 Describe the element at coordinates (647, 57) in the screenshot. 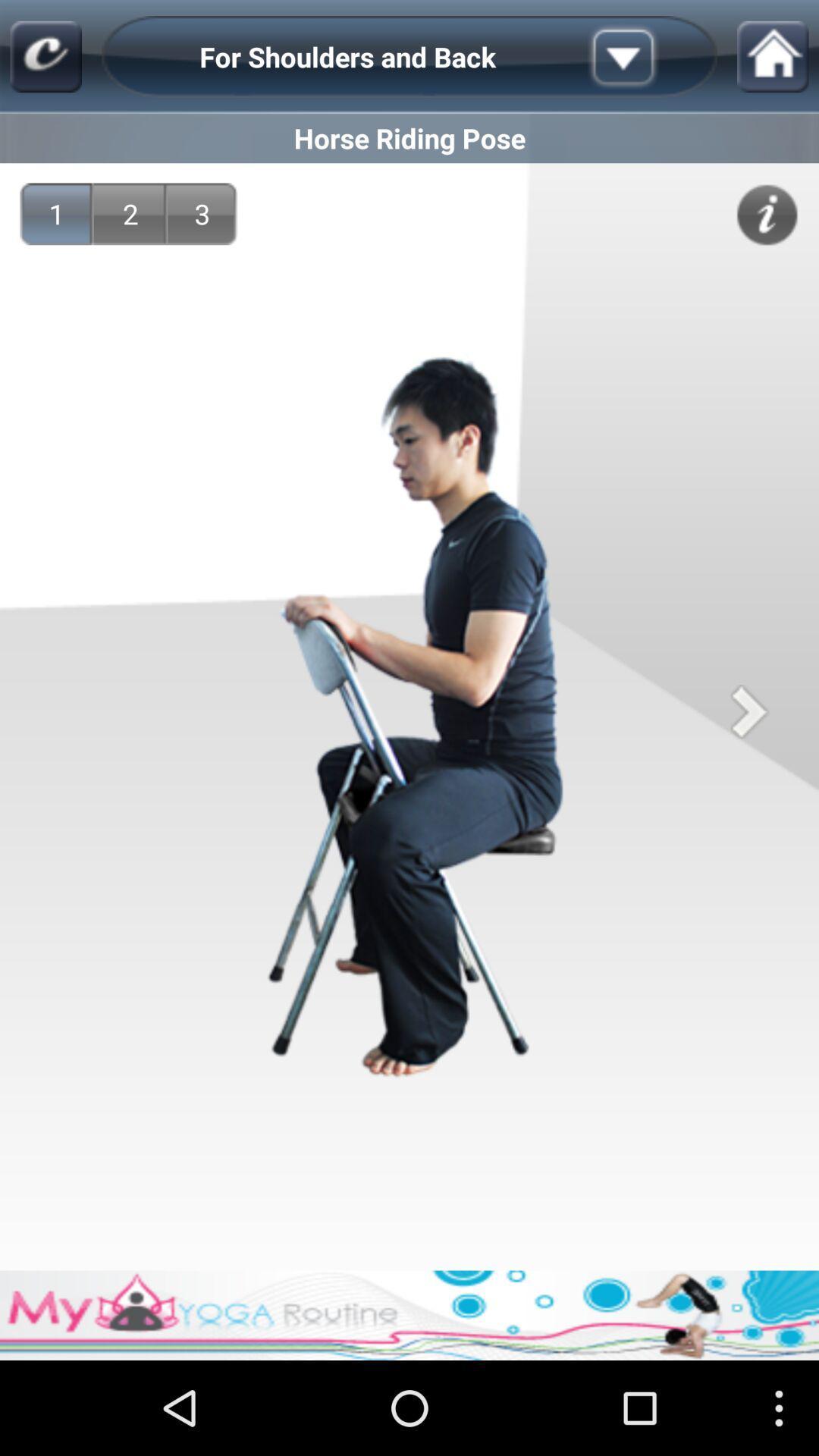

I see `more information` at that location.